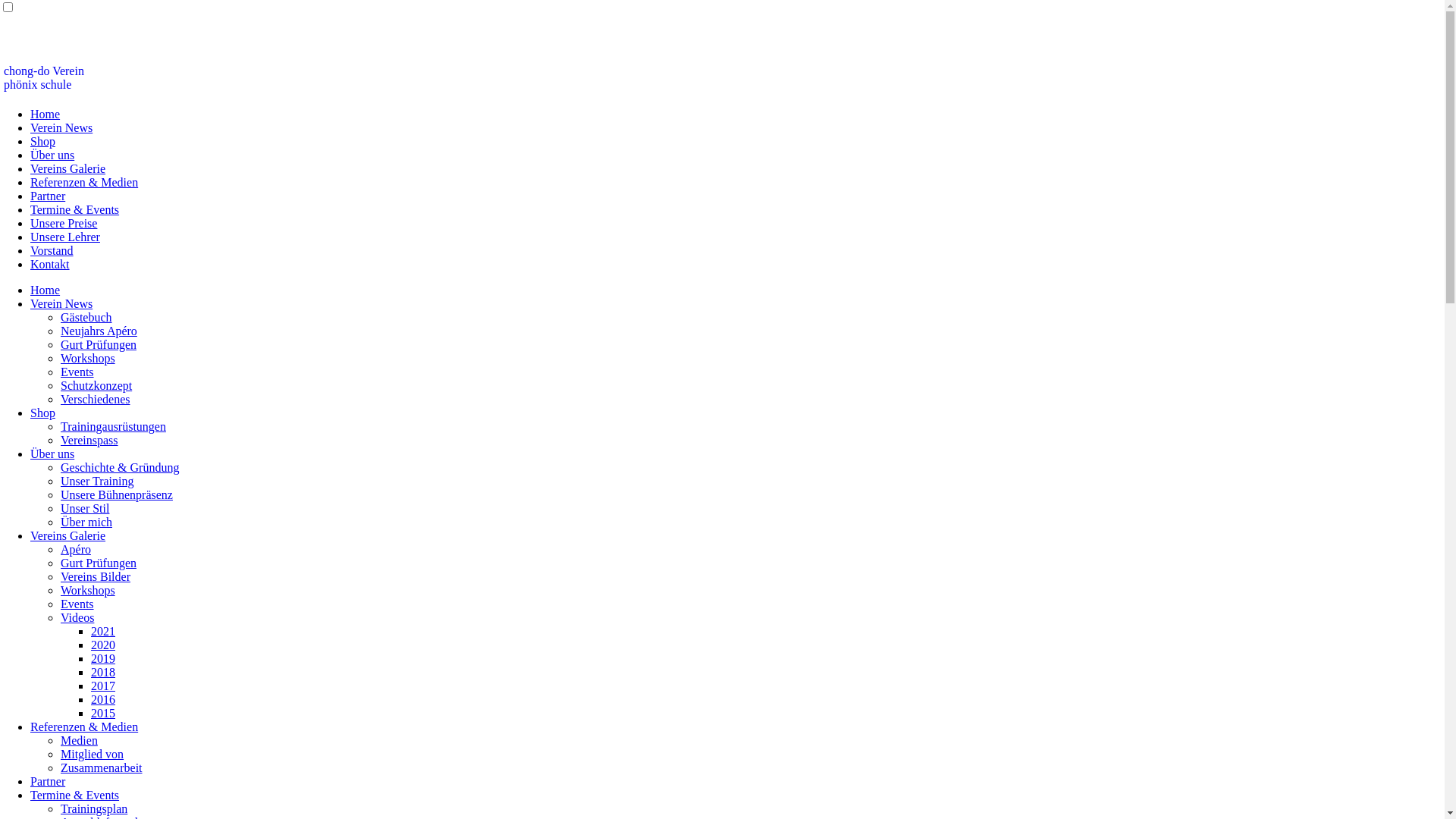  Describe the element at coordinates (86, 589) in the screenshot. I see `'Workshops'` at that location.